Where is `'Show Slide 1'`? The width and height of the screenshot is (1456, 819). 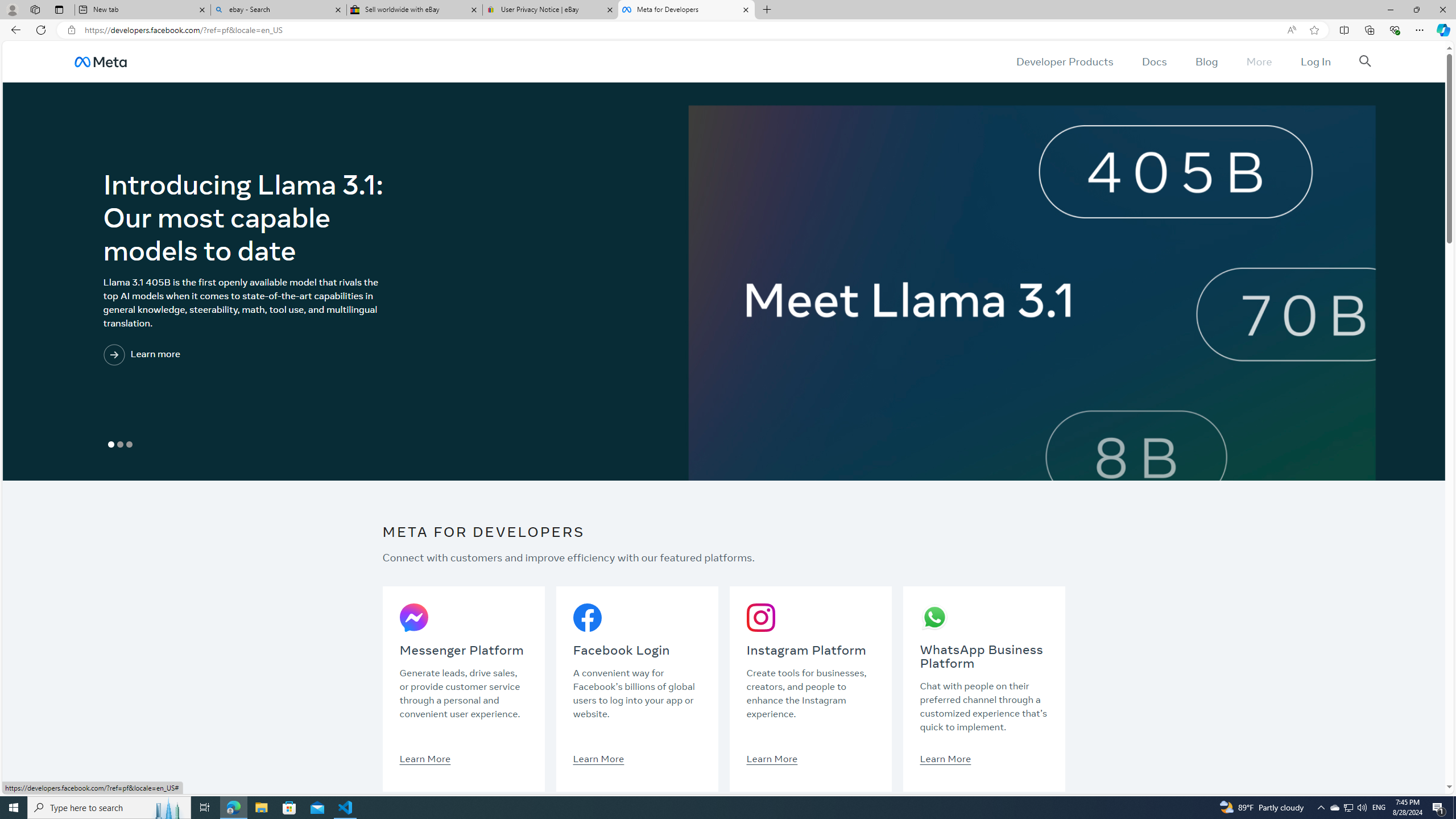
'Show Slide 1' is located at coordinates (111, 444).